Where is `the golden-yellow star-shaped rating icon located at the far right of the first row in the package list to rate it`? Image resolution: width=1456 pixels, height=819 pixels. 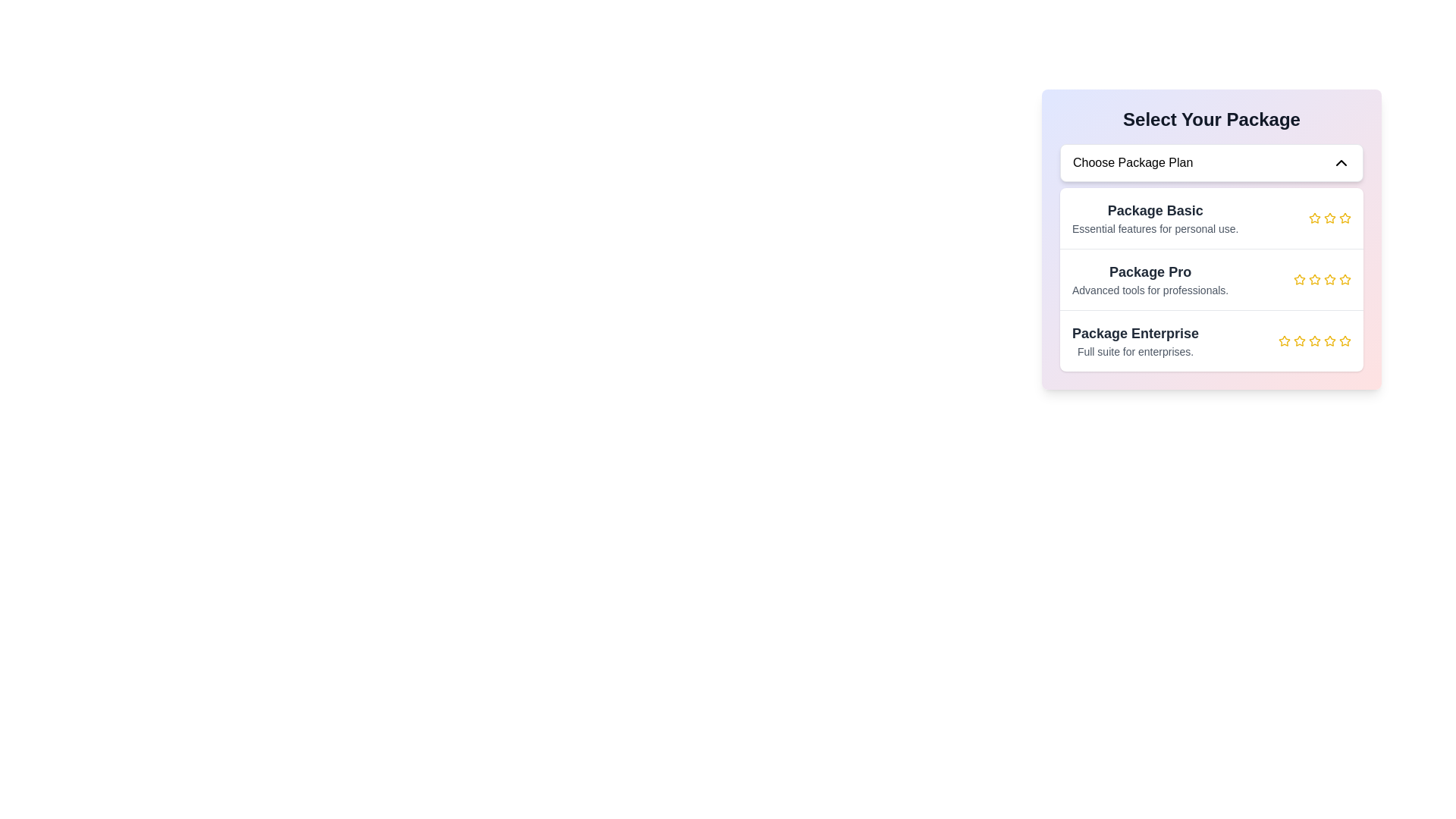
the golden-yellow star-shaped rating icon located at the far right of the first row in the package list to rate it is located at coordinates (1328, 217).